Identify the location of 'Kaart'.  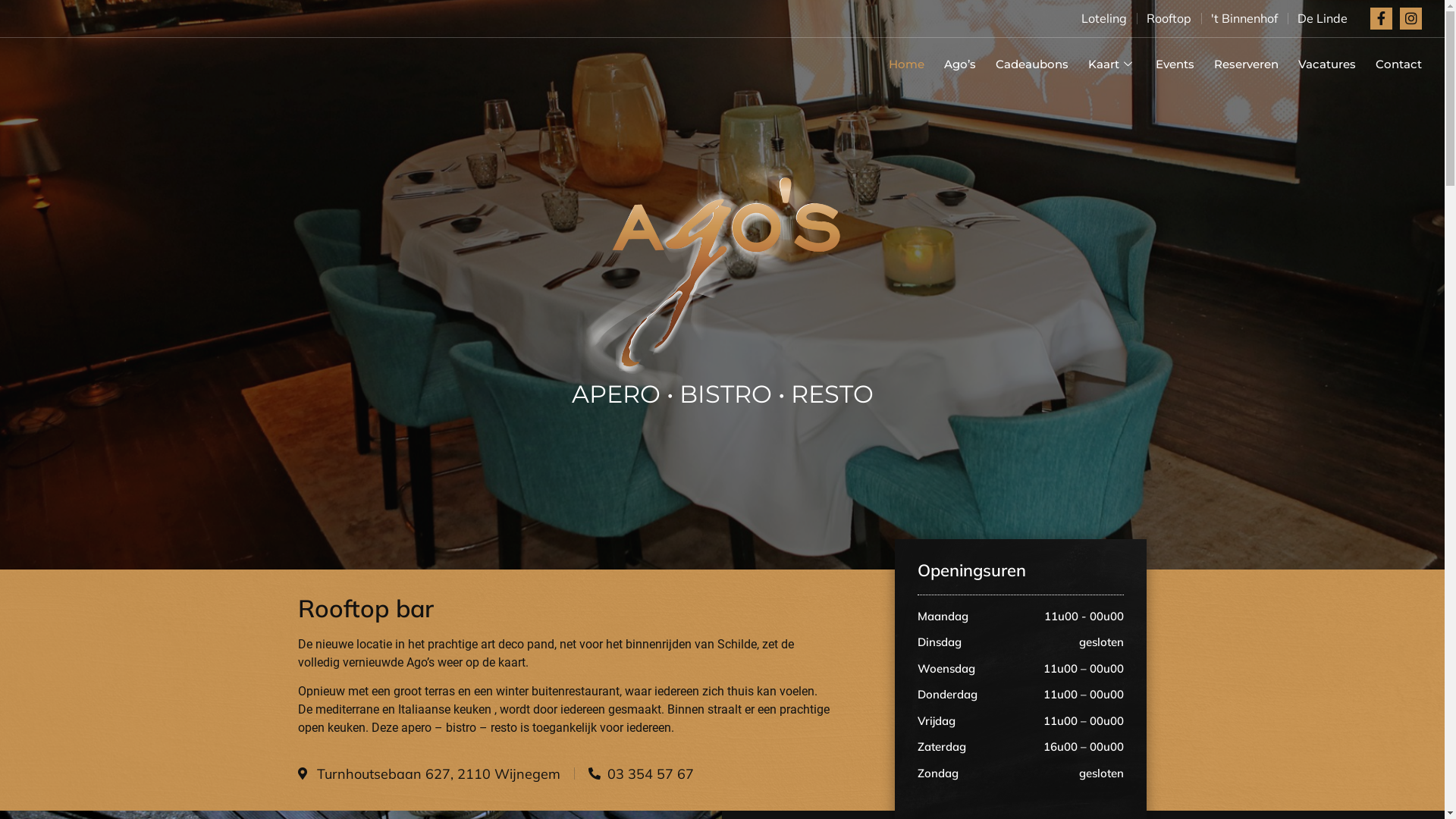
(1102, 63).